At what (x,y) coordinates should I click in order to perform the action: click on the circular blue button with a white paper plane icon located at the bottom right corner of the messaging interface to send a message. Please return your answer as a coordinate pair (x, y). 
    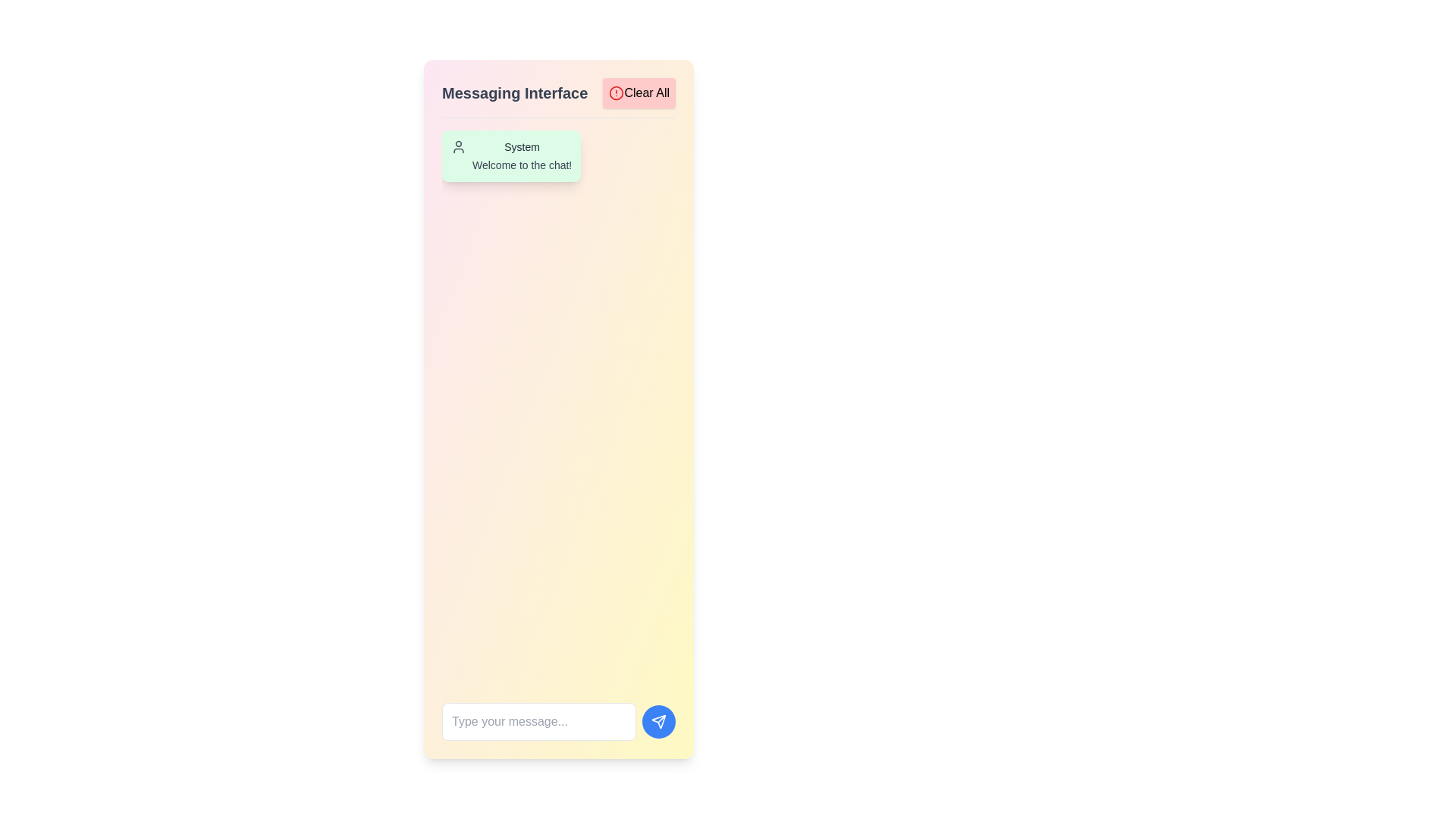
    Looking at the image, I should click on (658, 721).